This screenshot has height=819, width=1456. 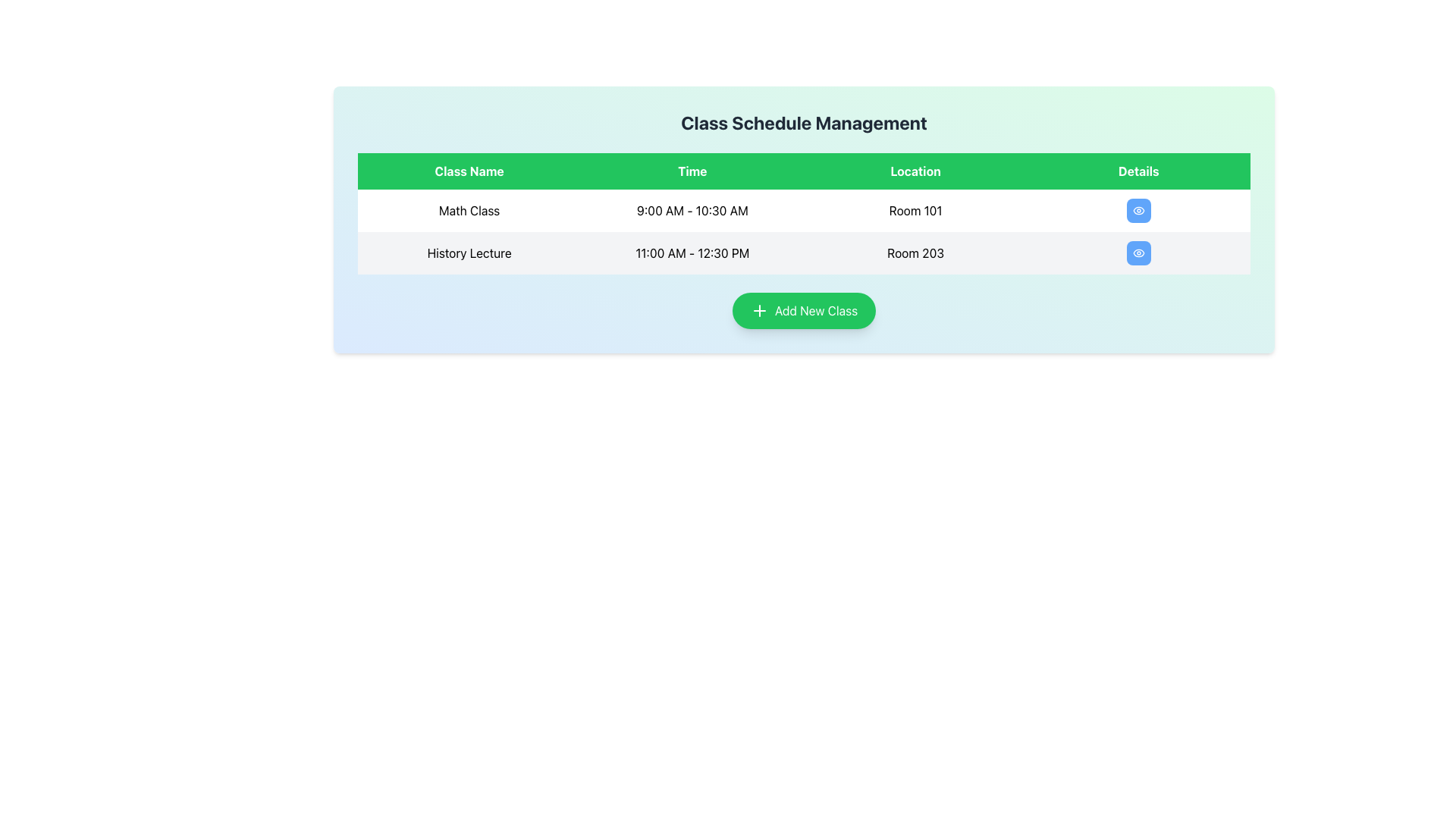 I want to click on the text label displaying 'Room 203' in the 'Location' column of the table for the 'History Lecture' at '11:00 AM - 12:30 PM', so click(x=915, y=253).